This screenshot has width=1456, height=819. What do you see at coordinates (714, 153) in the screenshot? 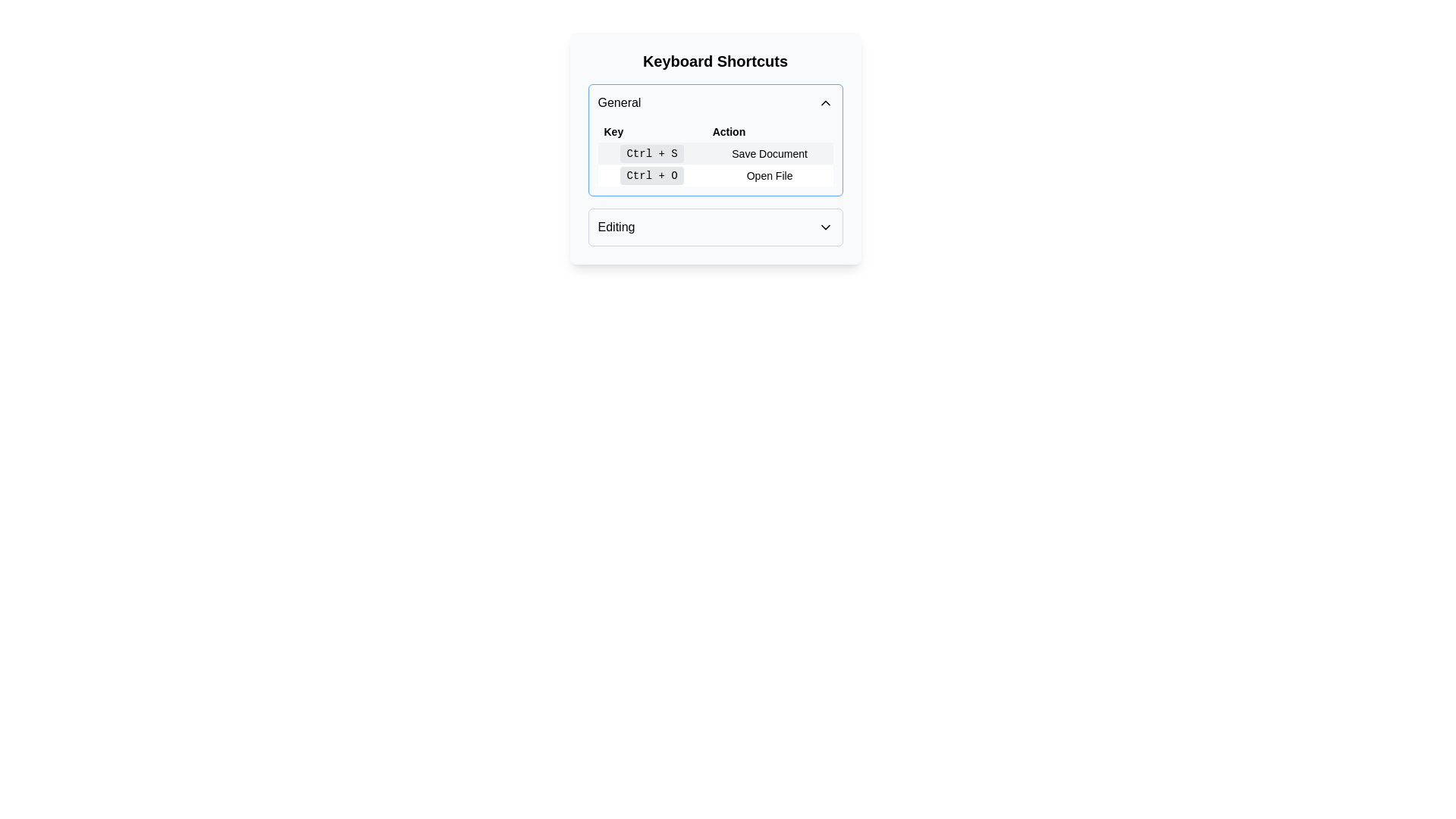
I see `the first row of the keyboard shortcuts list in the 'General' section of the 'Keyboard Shortcuts' dialog box, which describes the 'Ctrl + S' shortcut for saving the current document` at bounding box center [714, 153].